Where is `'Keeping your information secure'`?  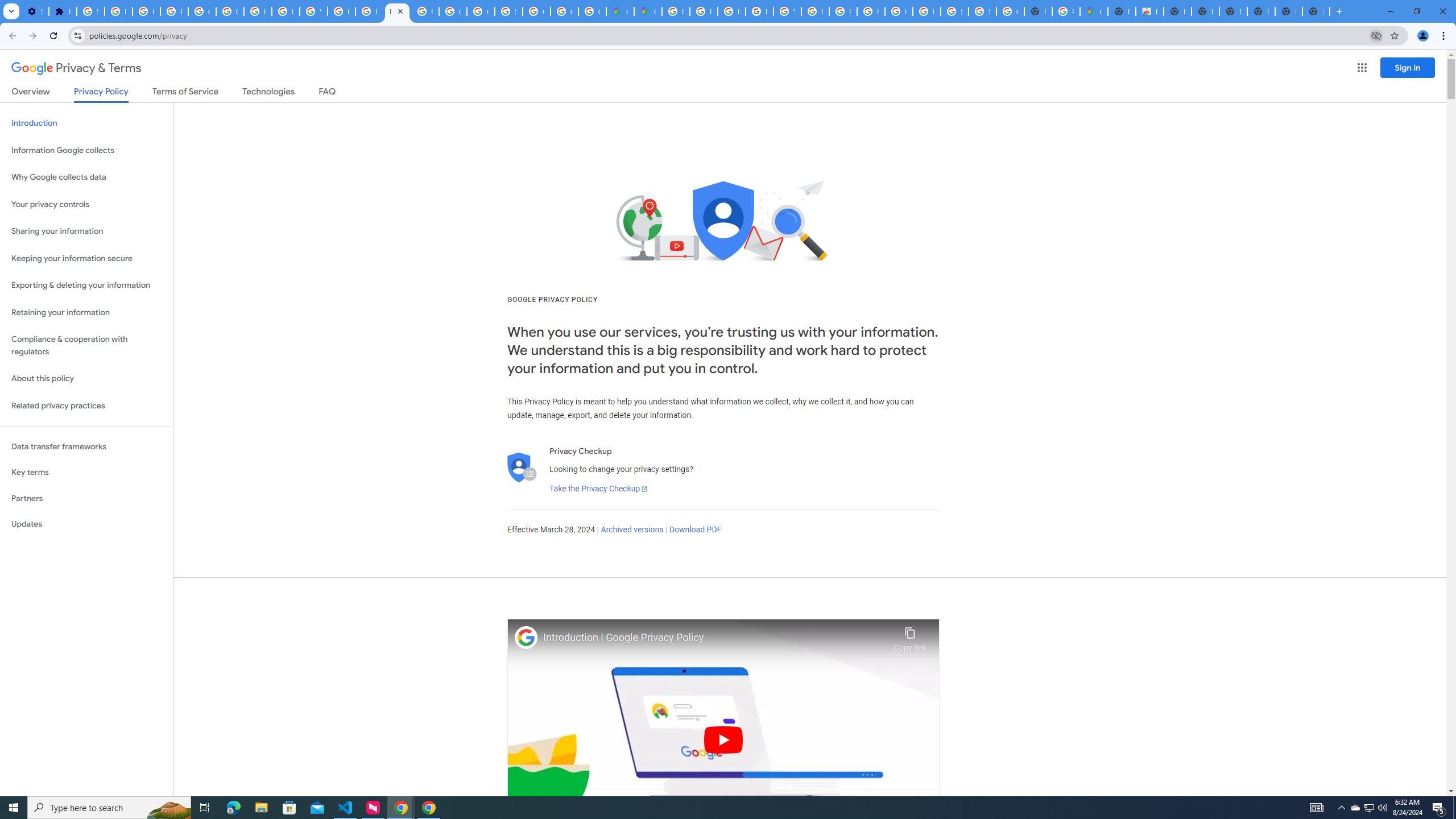
'Keeping your information secure' is located at coordinates (86, 259).